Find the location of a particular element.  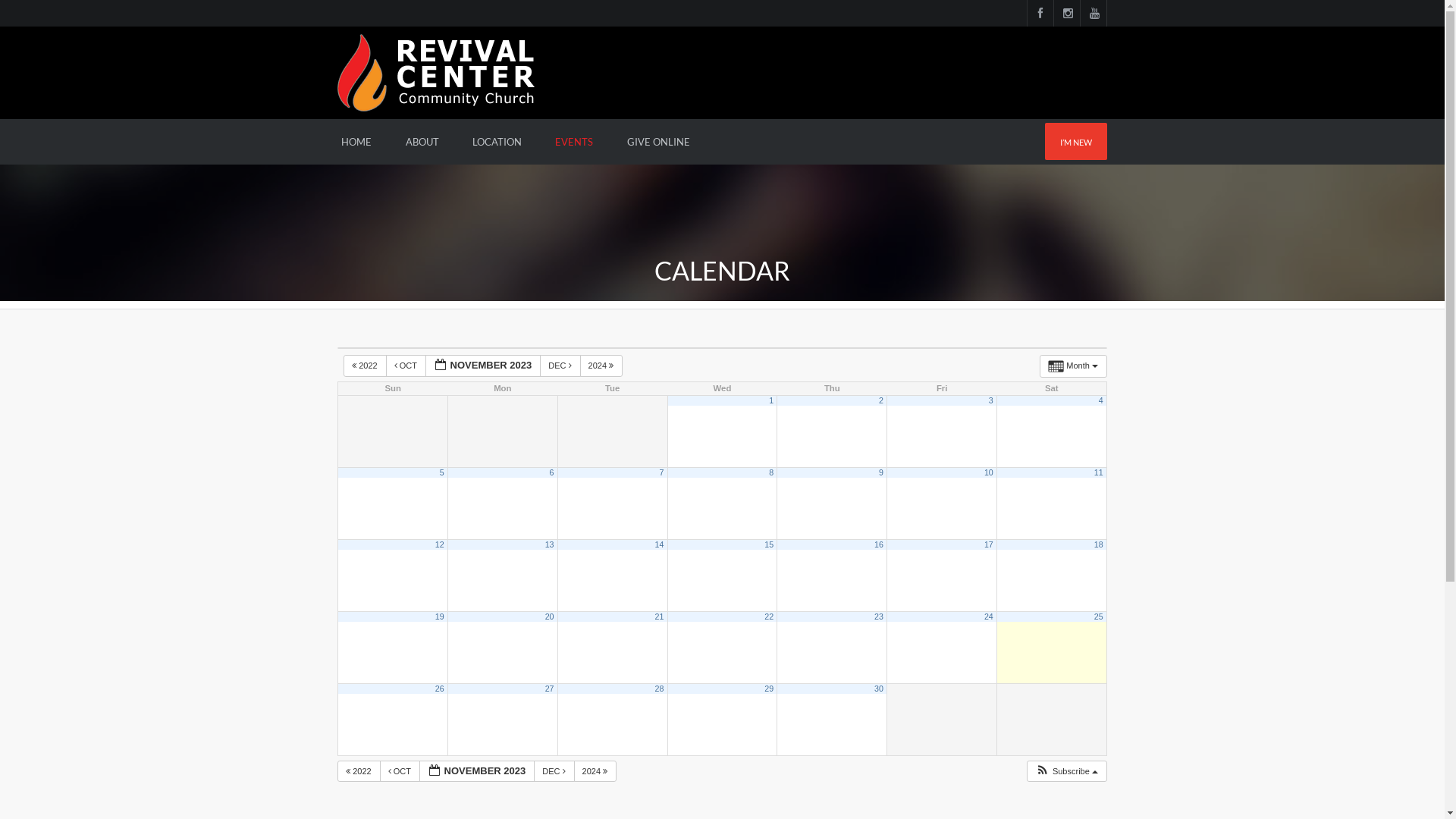

'13' is located at coordinates (548, 543).